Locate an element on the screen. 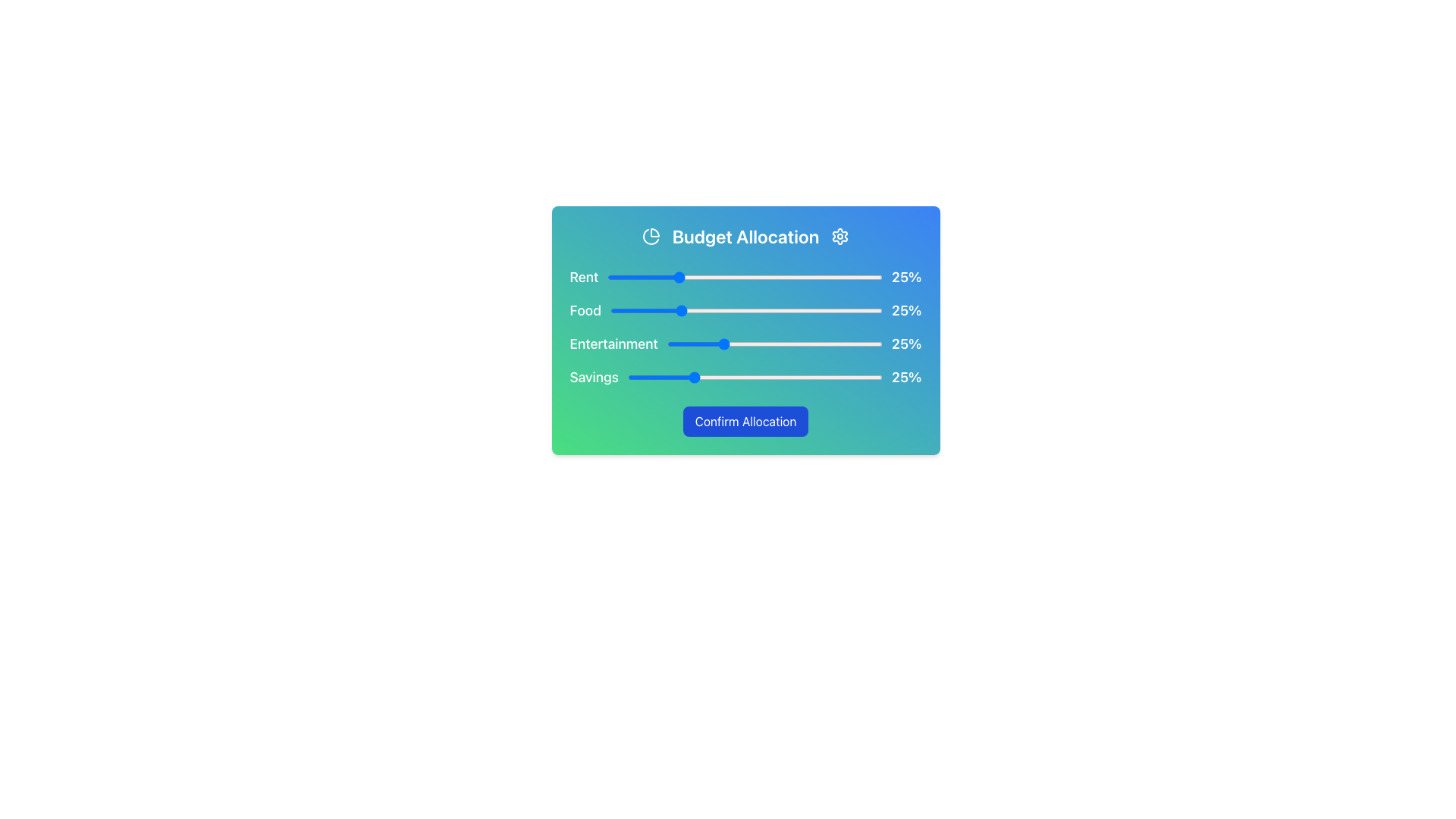 The height and width of the screenshot is (819, 1456). the slider value is located at coordinates (835, 278).